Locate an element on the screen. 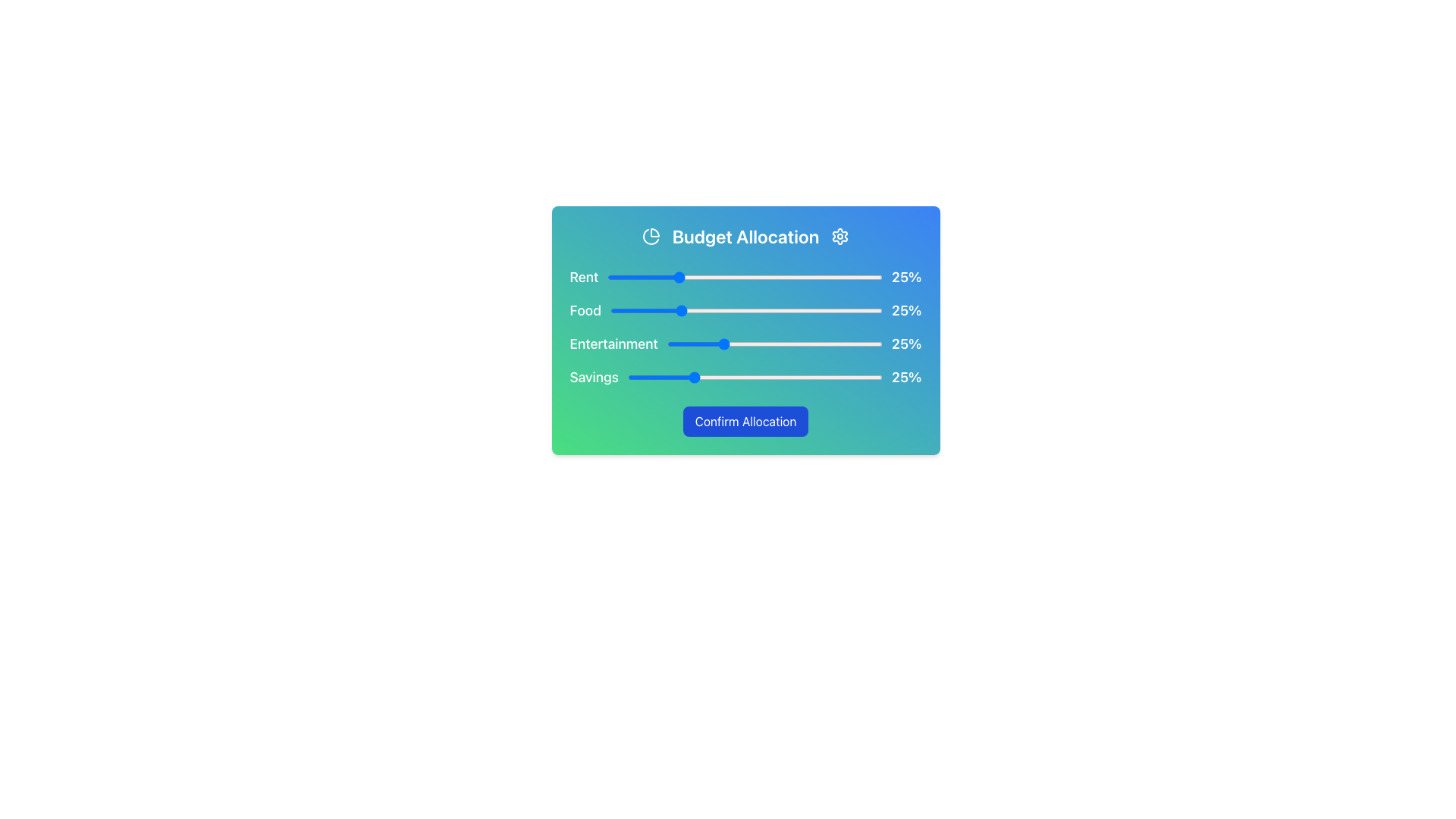 The height and width of the screenshot is (819, 1456). the slider value is located at coordinates (835, 278).